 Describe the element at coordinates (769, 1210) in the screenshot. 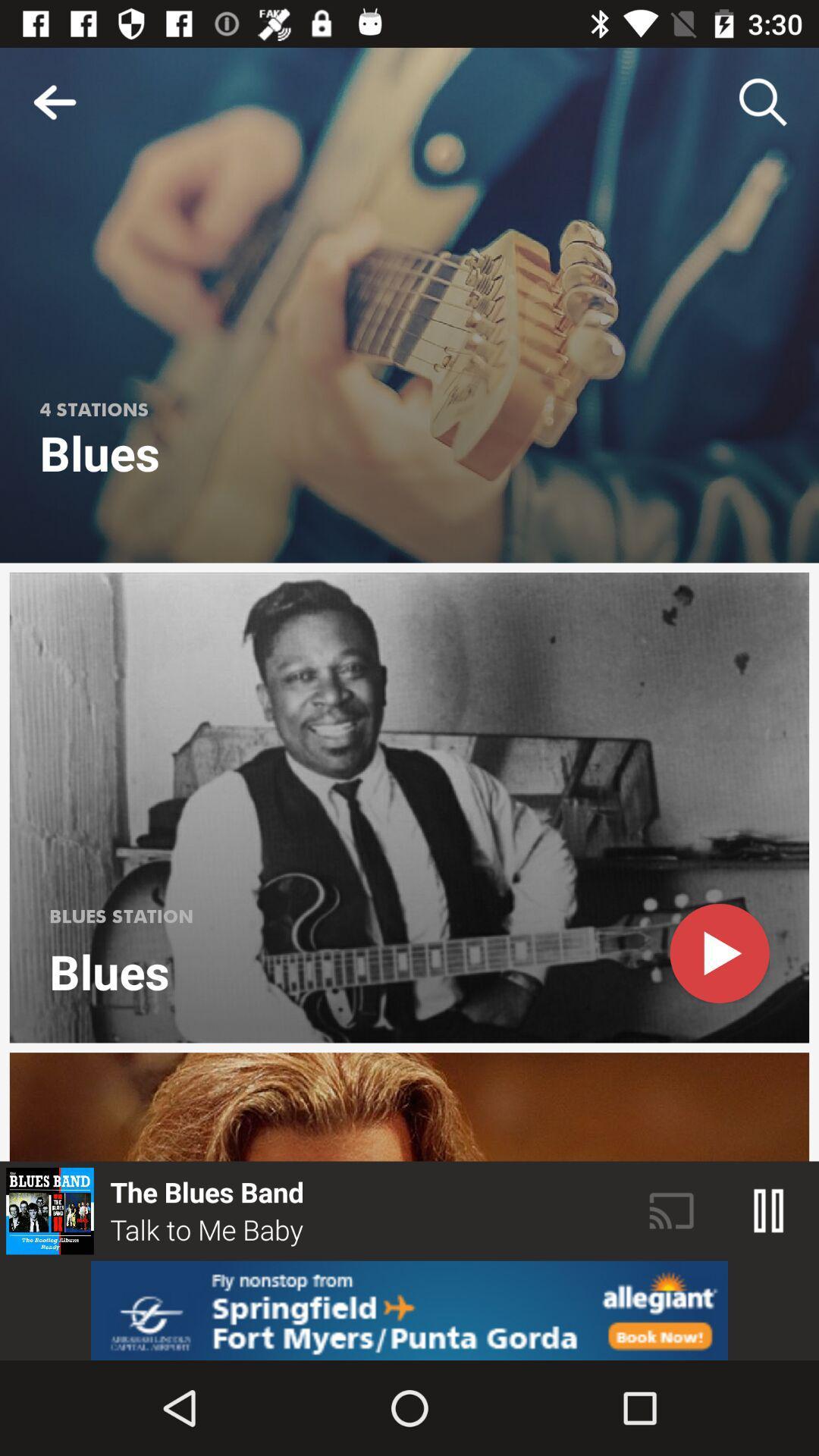

I see `the pause icon` at that location.